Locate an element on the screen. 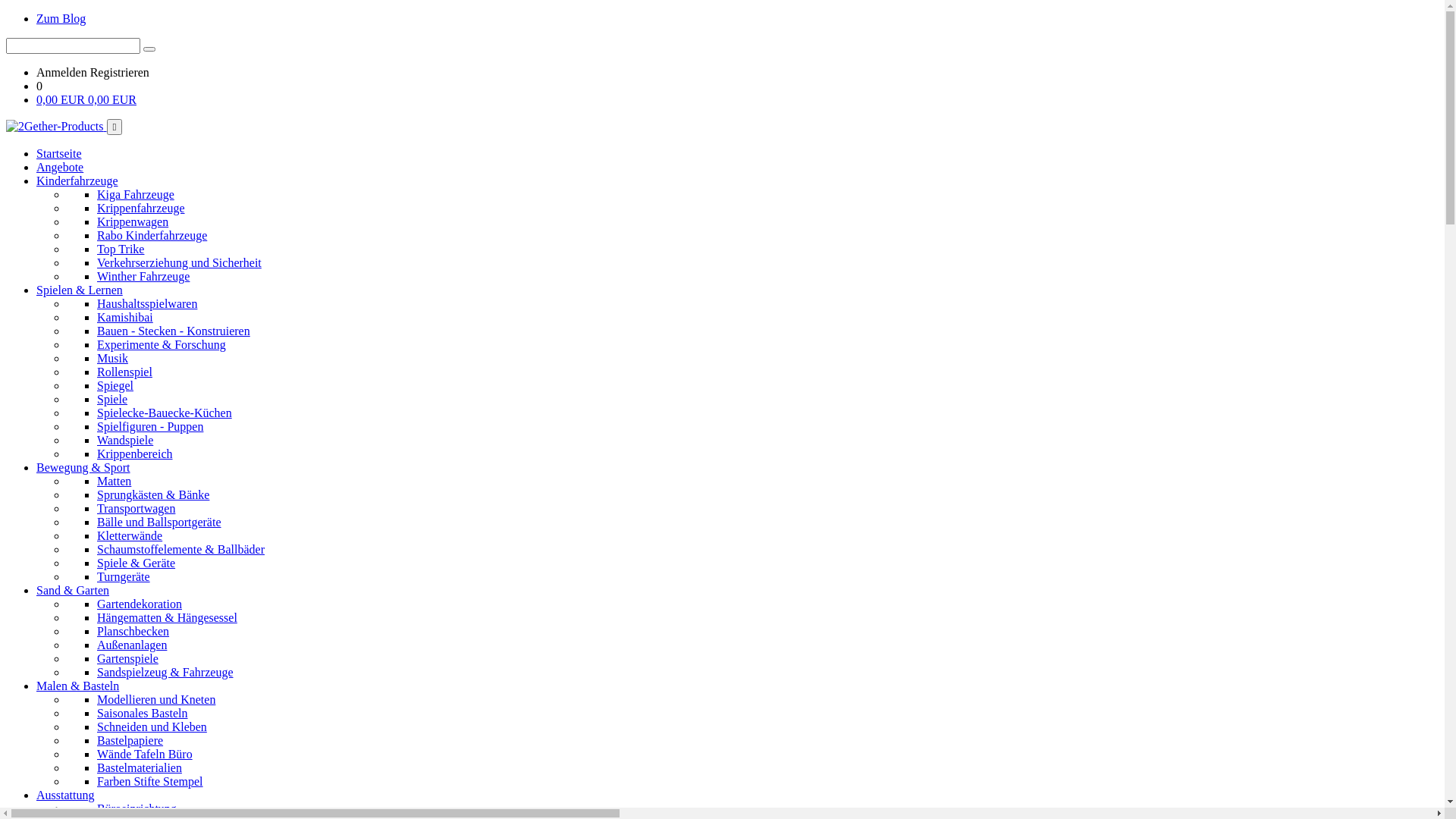 The height and width of the screenshot is (819, 1456). 'Anmelden' is located at coordinates (62, 72).